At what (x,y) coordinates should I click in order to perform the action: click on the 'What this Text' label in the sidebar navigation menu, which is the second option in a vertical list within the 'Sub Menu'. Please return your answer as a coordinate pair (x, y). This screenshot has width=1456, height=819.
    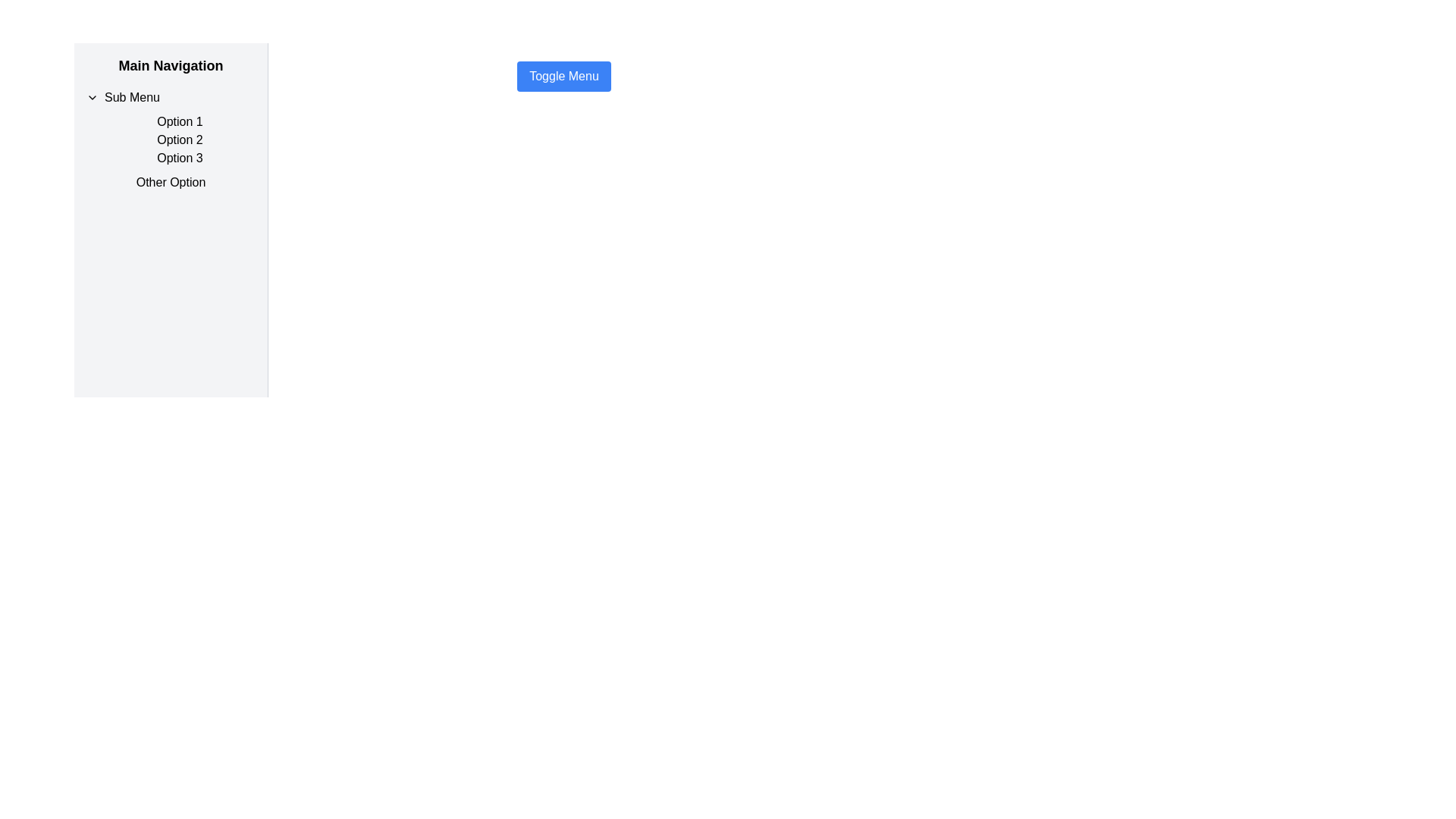
    Looking at the image, I should click on (180, 140).